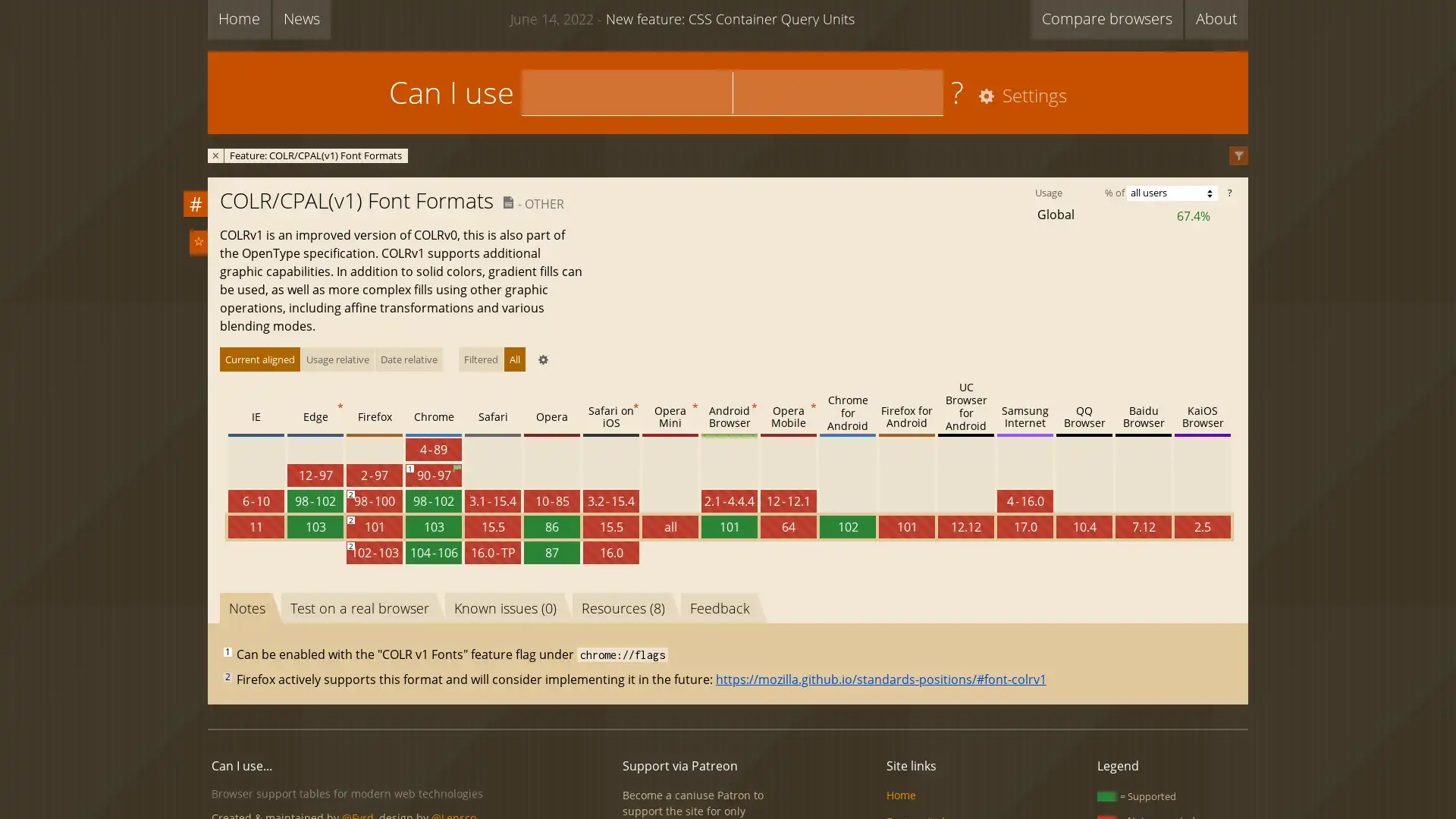  What do you see at coordinates (1019, 96) in the screenshot?
I see `Settings` at bounding box center [1019, 96].